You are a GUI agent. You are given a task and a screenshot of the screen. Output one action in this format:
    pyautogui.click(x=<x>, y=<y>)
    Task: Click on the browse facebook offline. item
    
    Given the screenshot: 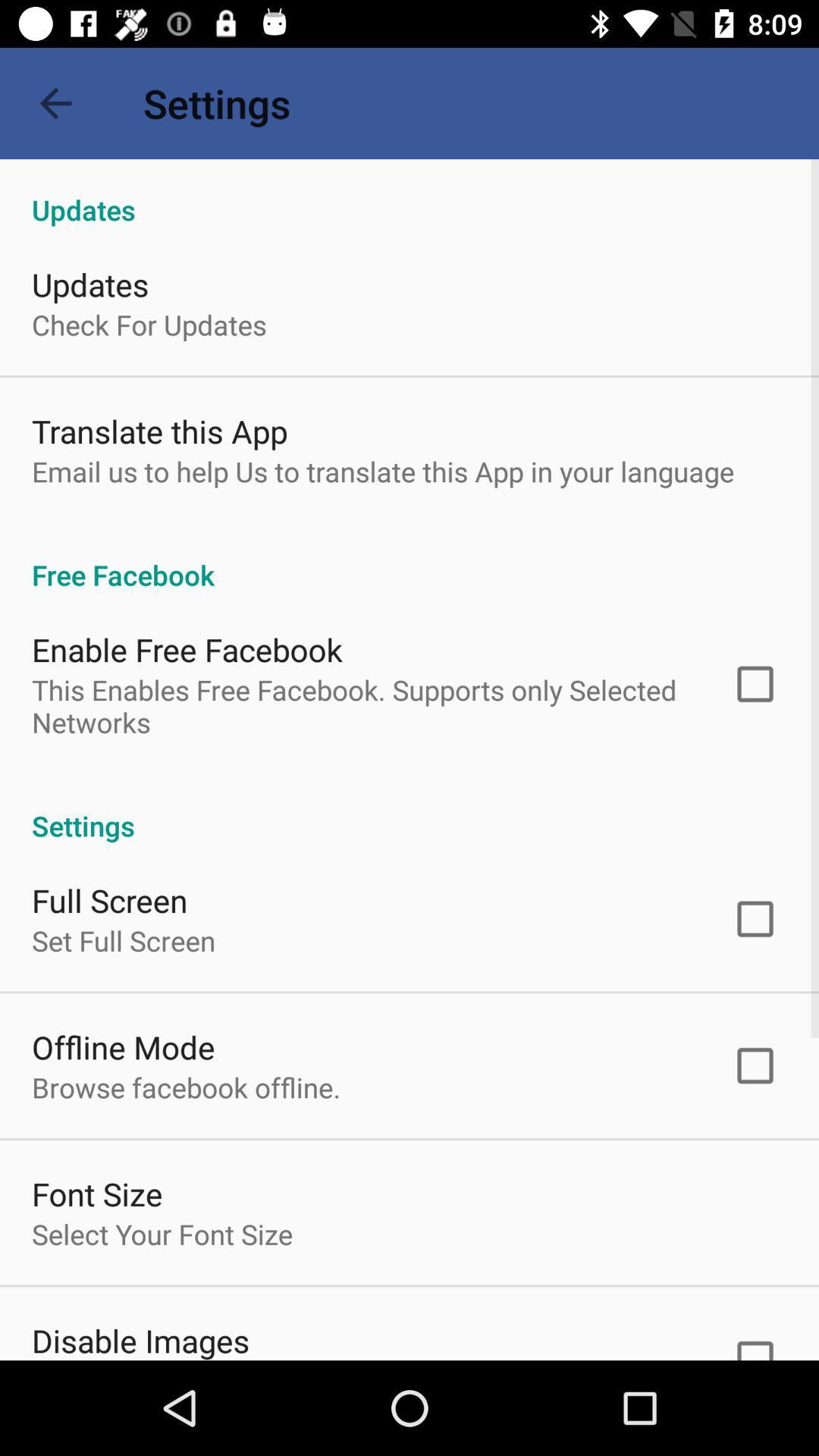 What is the action you would take?
    pyautogui.click(x=185, y=1087)
    